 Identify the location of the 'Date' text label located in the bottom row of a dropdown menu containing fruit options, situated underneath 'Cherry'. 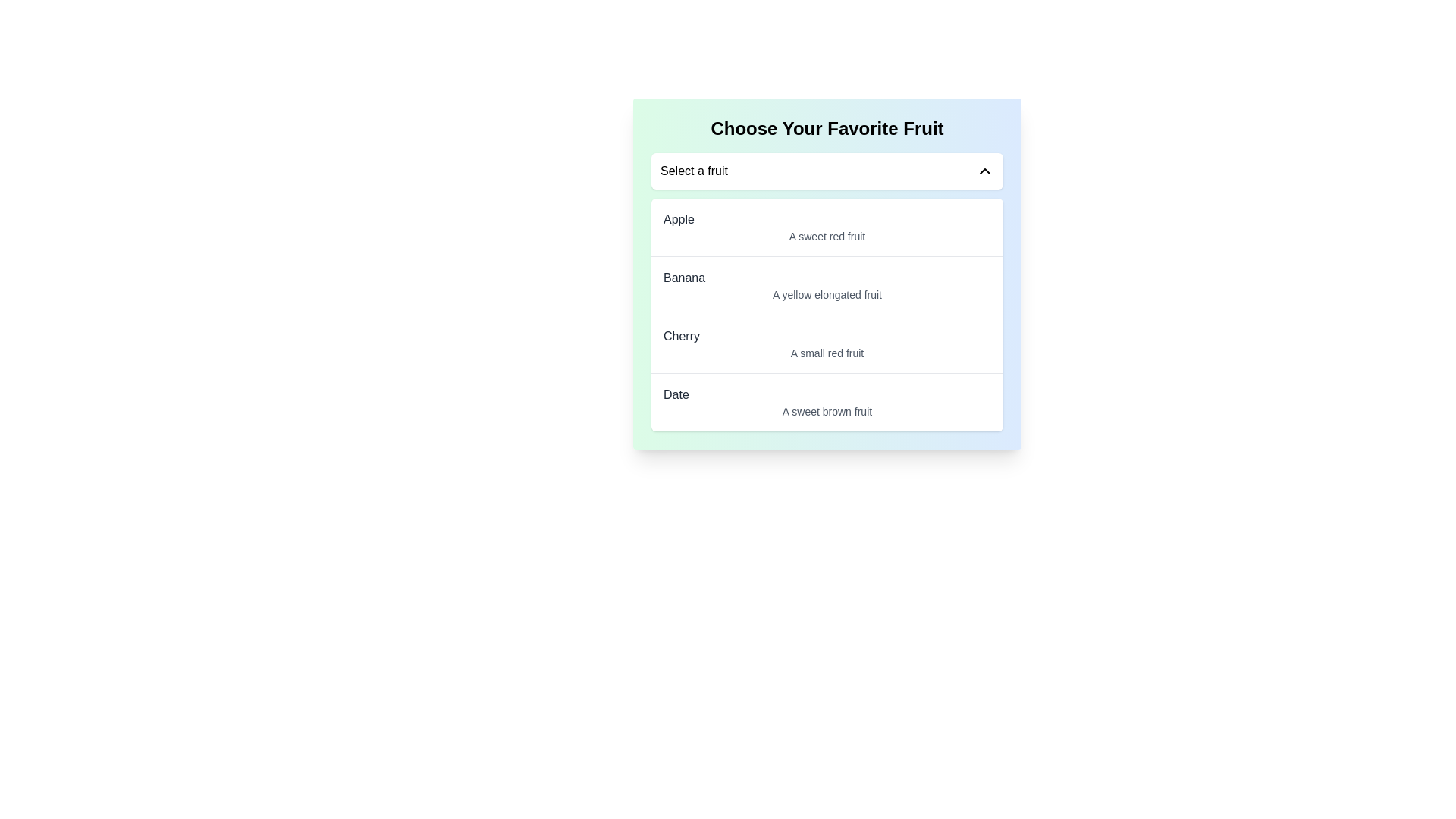
(675, 394).